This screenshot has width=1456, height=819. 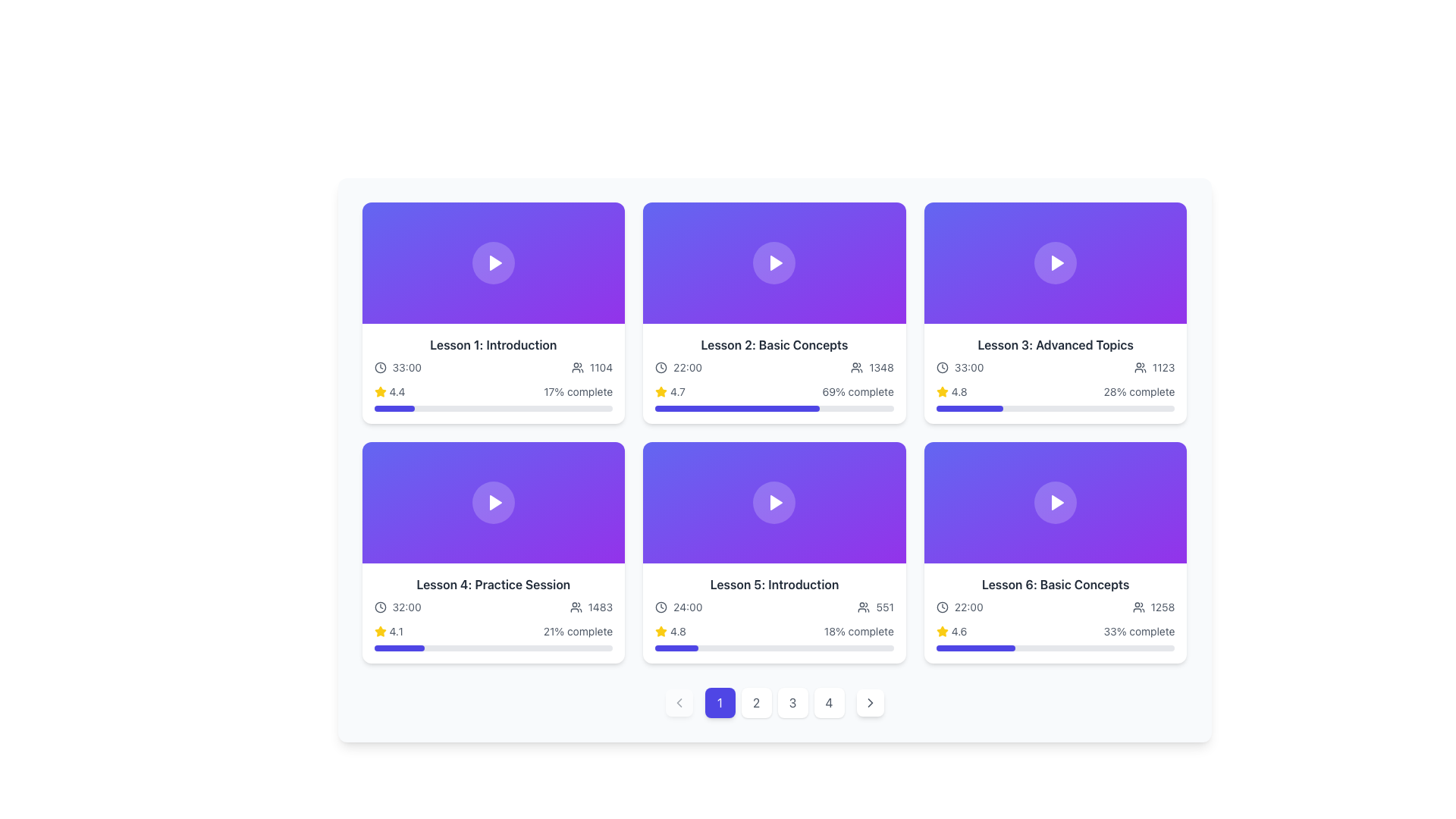 What do you see at coordinates (777, 262) in the screenshot?
I see `the play button for 'Lesson 2: Basic Concepts' to possibly see playback options or animations` at bounding box center [777, 262].